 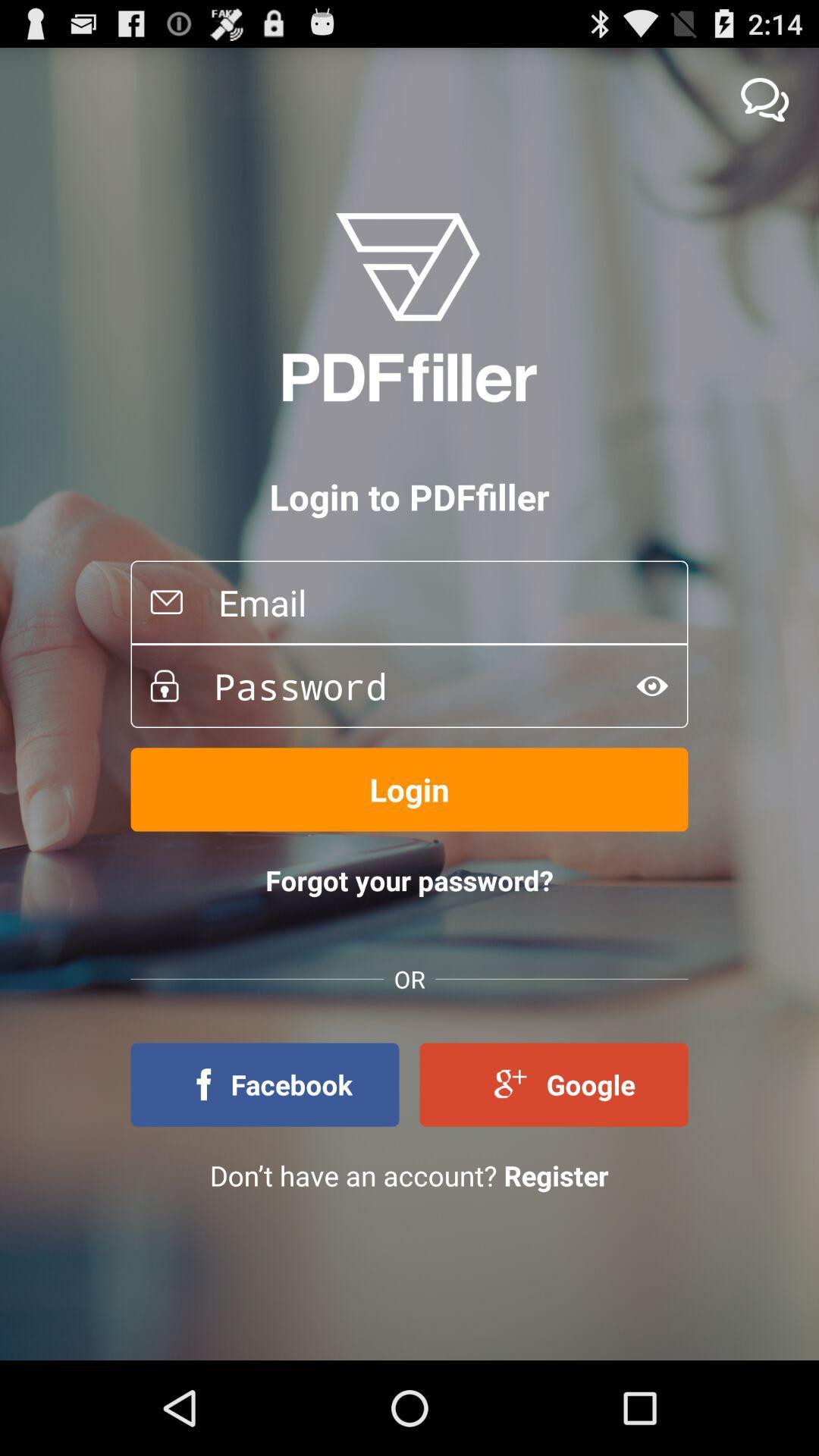 I want to click on write your email address, so click(x=435, y=601).